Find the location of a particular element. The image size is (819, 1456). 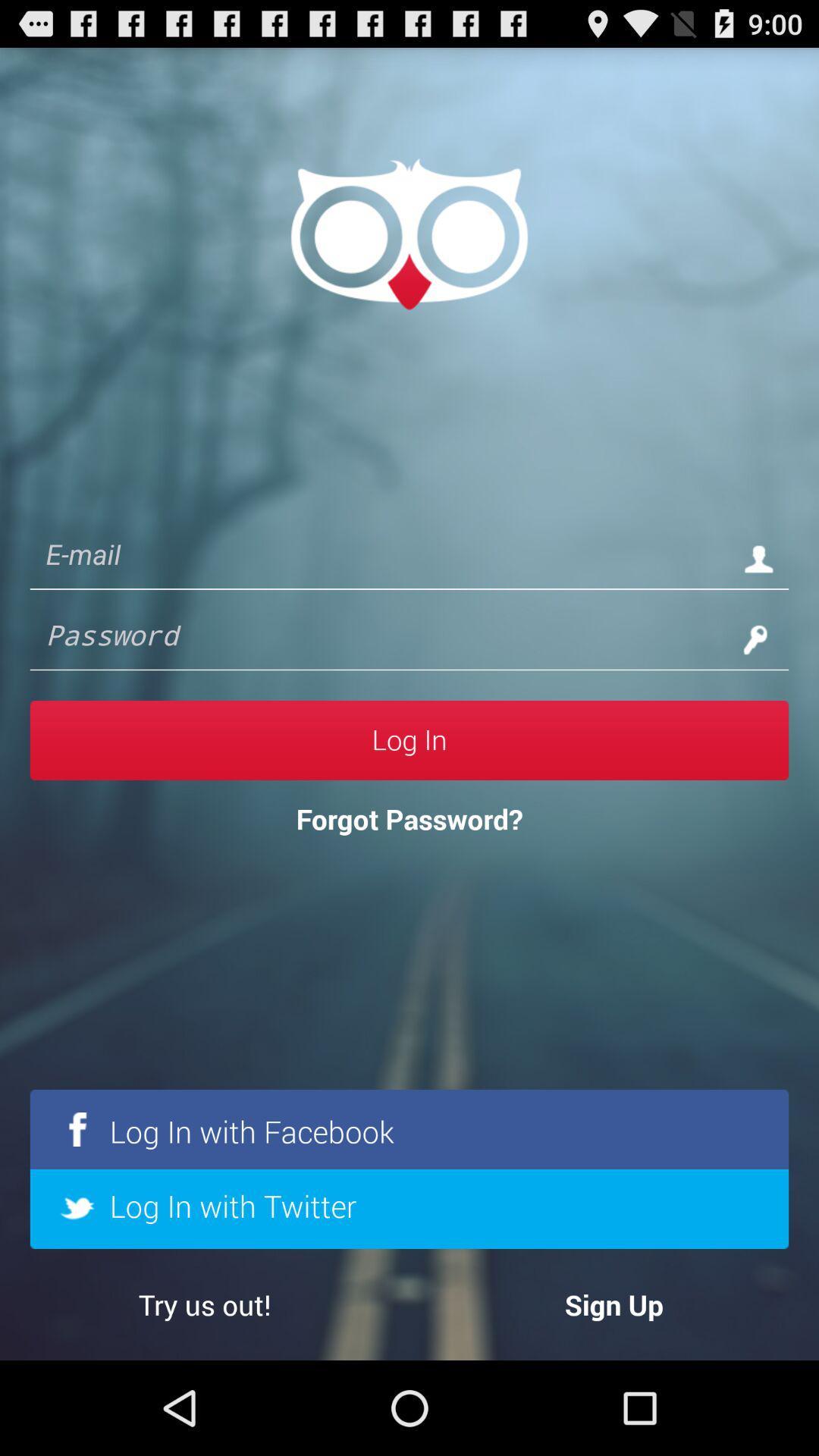

to enter password for login is located at coordinates (378, 639).